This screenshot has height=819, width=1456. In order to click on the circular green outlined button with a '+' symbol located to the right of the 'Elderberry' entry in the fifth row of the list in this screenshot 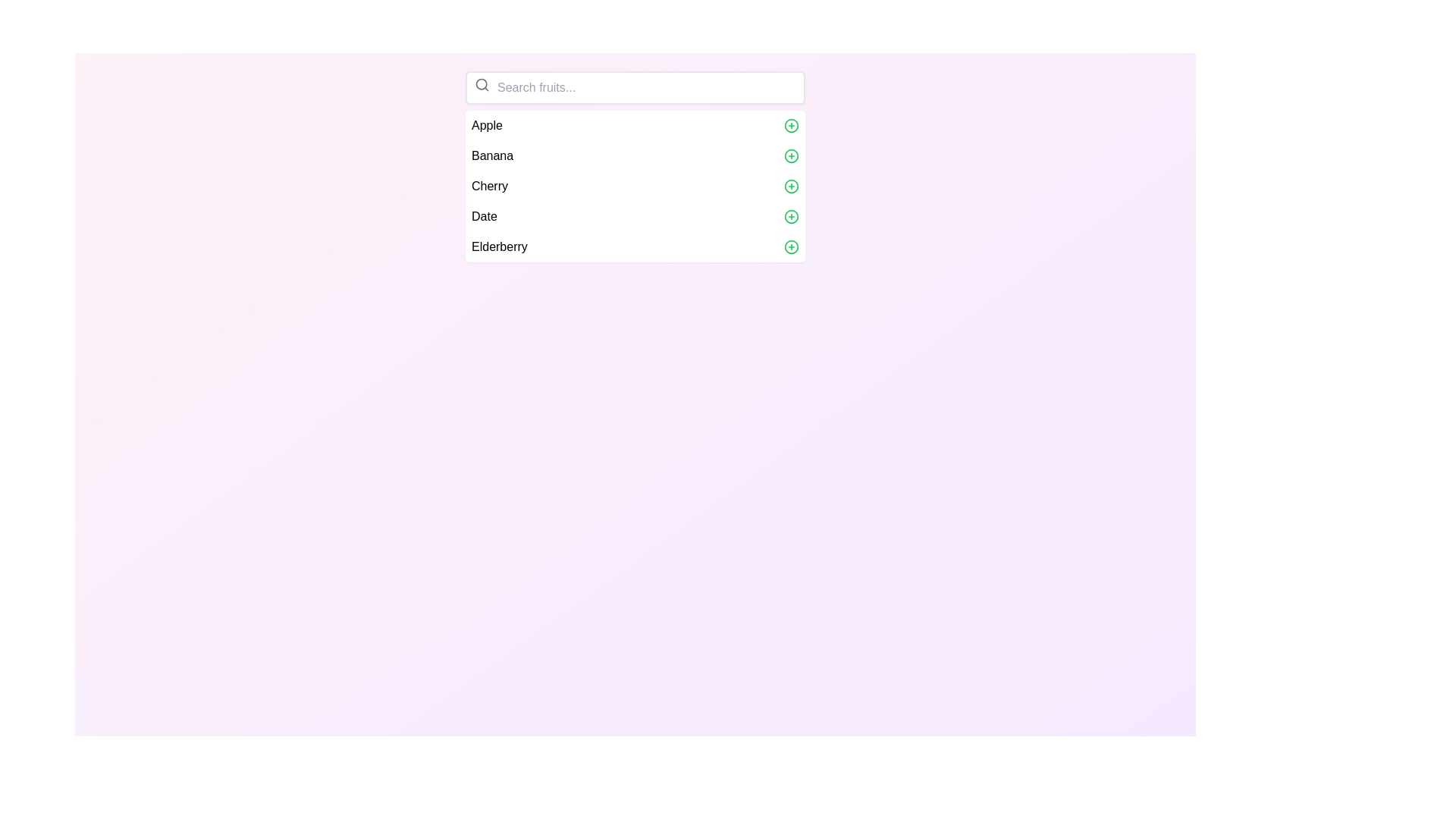, I will do `click(790, 246)`.